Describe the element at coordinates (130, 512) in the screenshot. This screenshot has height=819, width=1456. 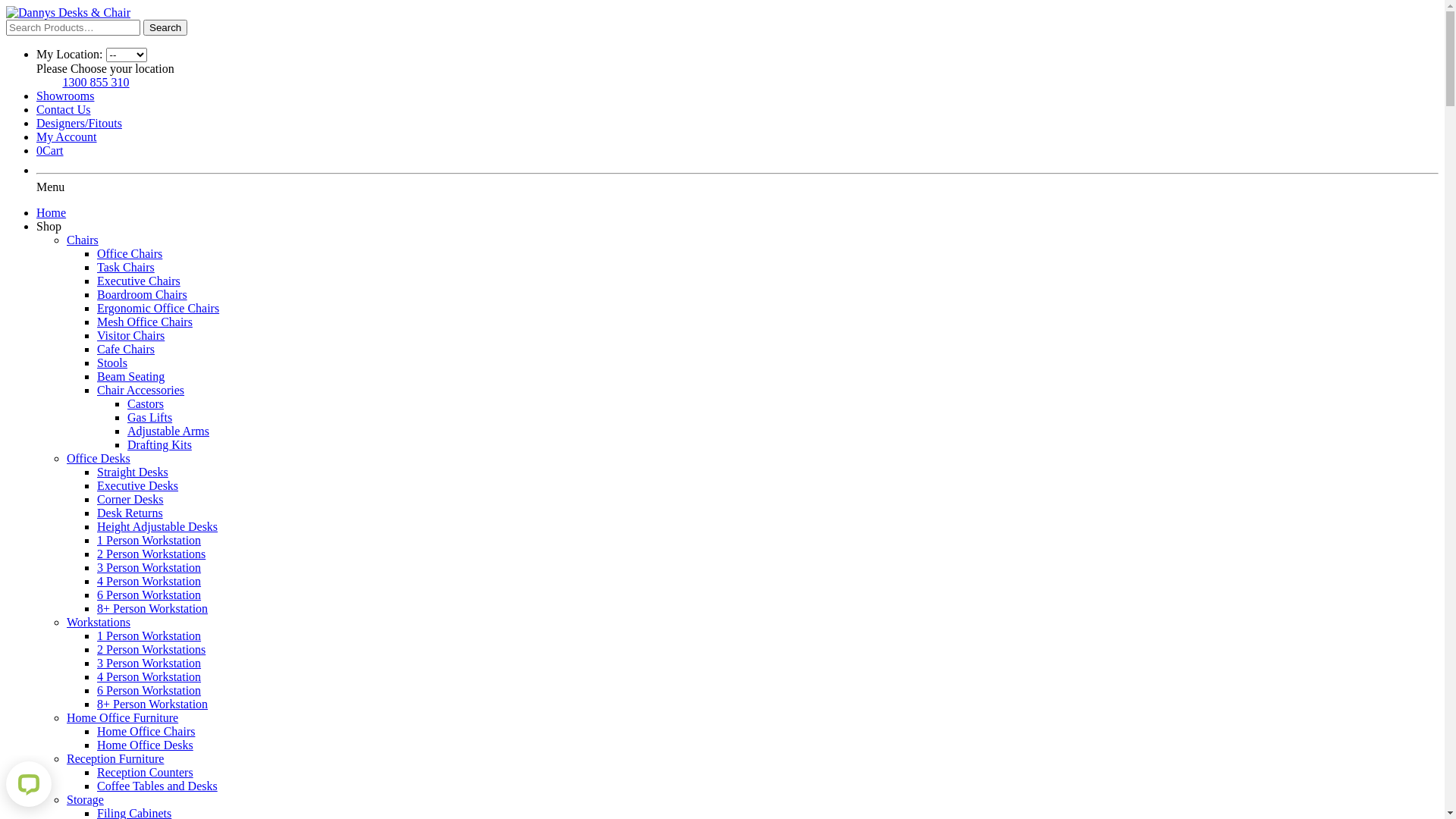
I see `'Desk Returns'` at that location.